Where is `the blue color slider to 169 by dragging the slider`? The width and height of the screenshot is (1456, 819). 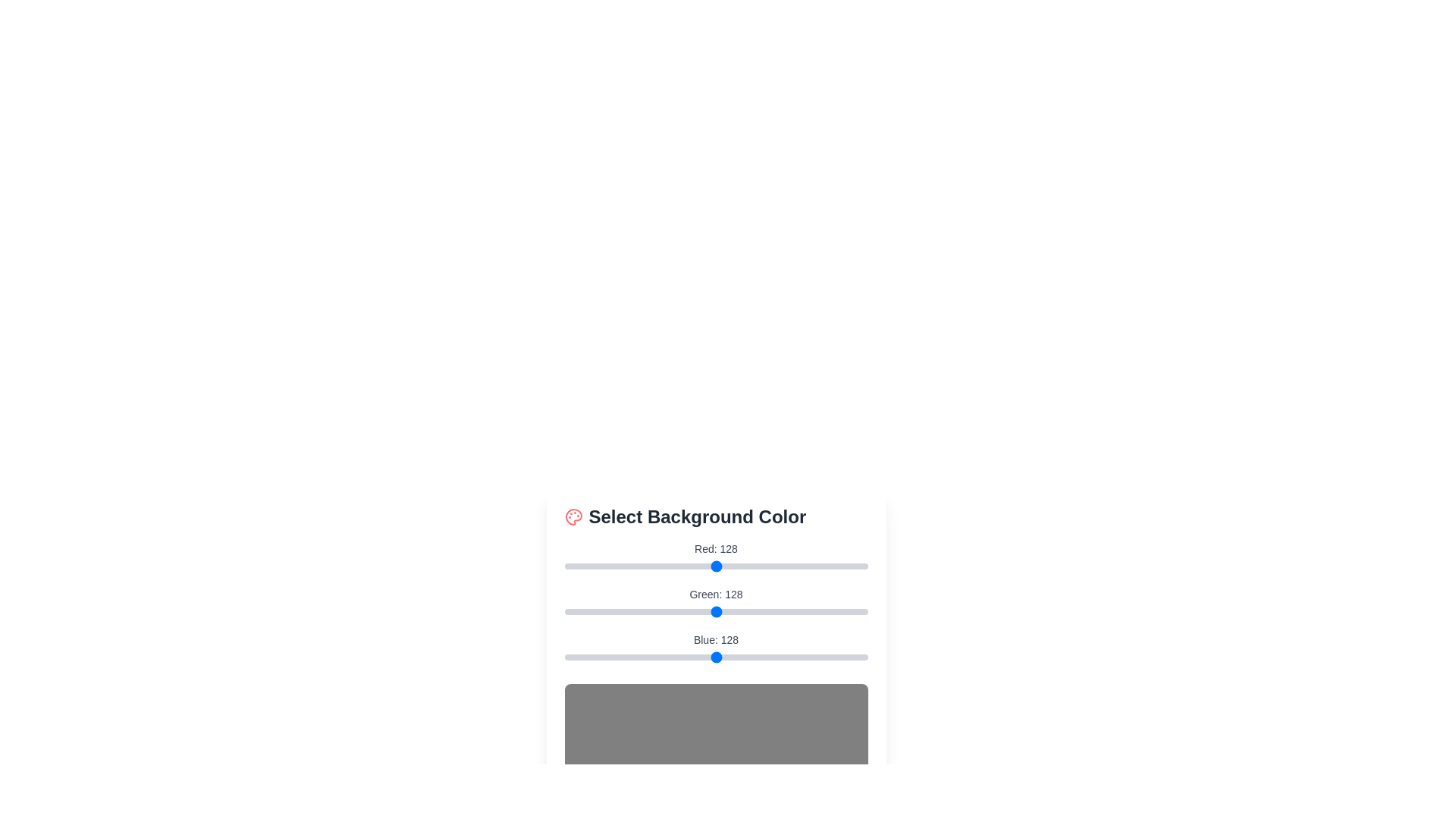 the blue color slider to 169 by dragging the slider is located at coordinates (765, 657).